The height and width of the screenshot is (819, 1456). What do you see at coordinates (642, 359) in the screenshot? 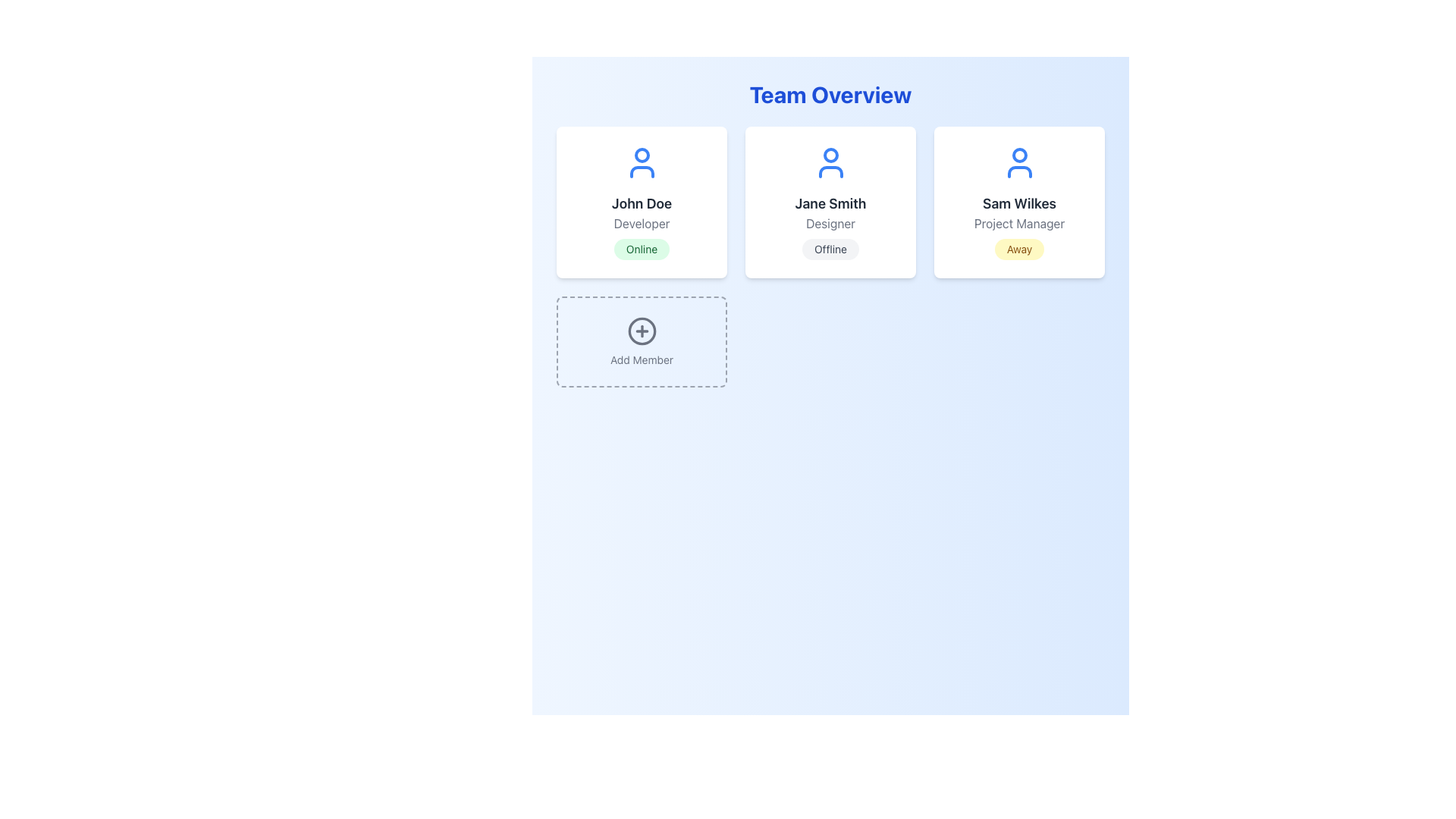
I see `the 'Add Member' text label, which is styled in muted gray and located at the bottom of the interactive area for adding a new member` at bounding box center [642, 359].